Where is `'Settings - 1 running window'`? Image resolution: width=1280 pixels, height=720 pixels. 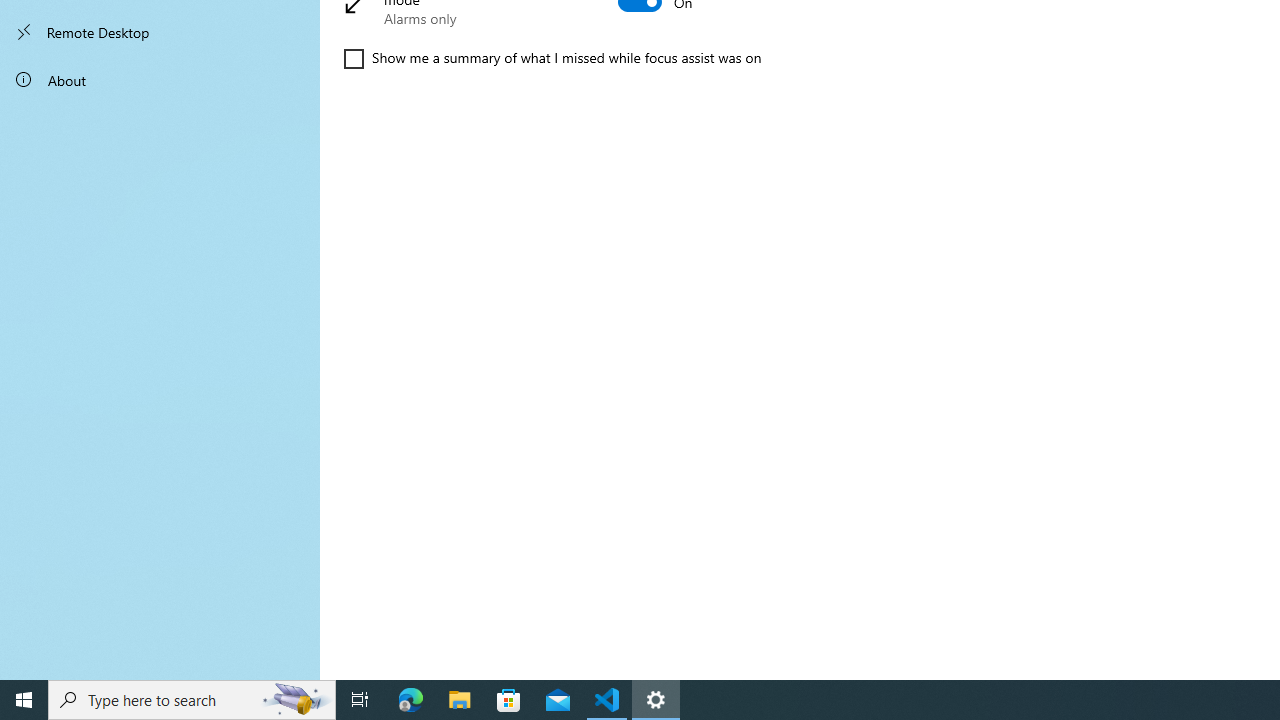 'Settings - 1 running window' is located at coordinates (656, 698).